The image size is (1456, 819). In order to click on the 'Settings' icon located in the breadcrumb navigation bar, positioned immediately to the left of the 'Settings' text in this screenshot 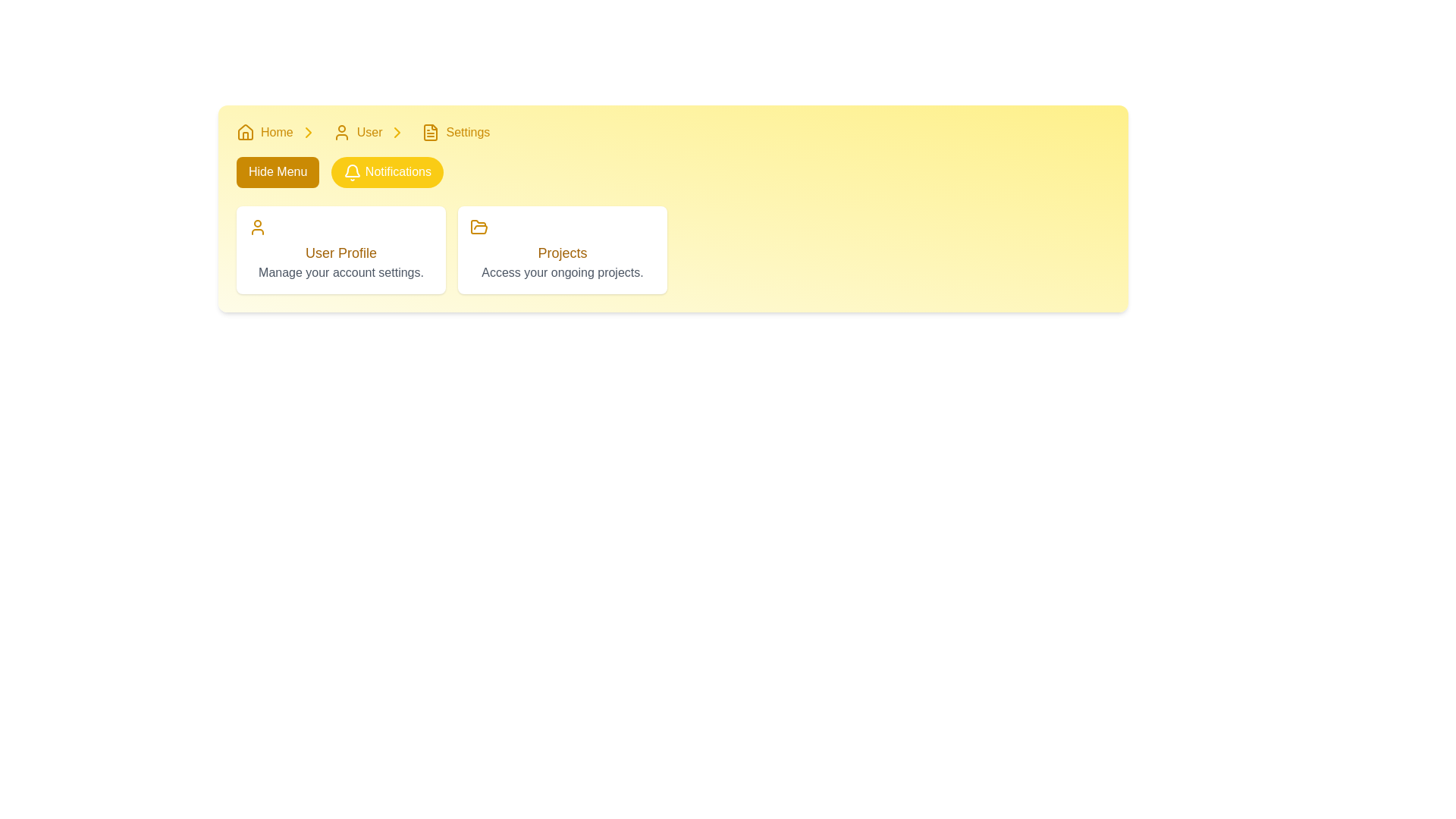, I will do `click(430, 131)`.